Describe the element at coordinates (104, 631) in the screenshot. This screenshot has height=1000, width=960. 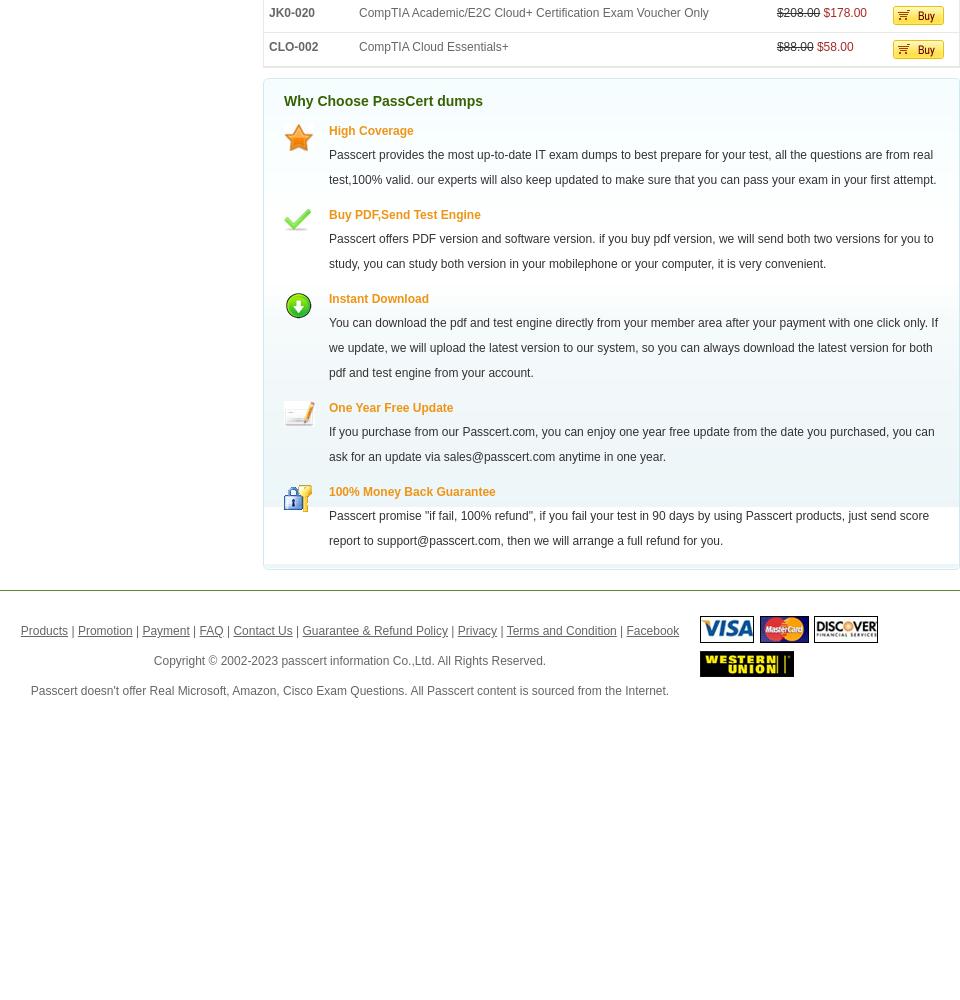
I see `'Promotion'` at that location.